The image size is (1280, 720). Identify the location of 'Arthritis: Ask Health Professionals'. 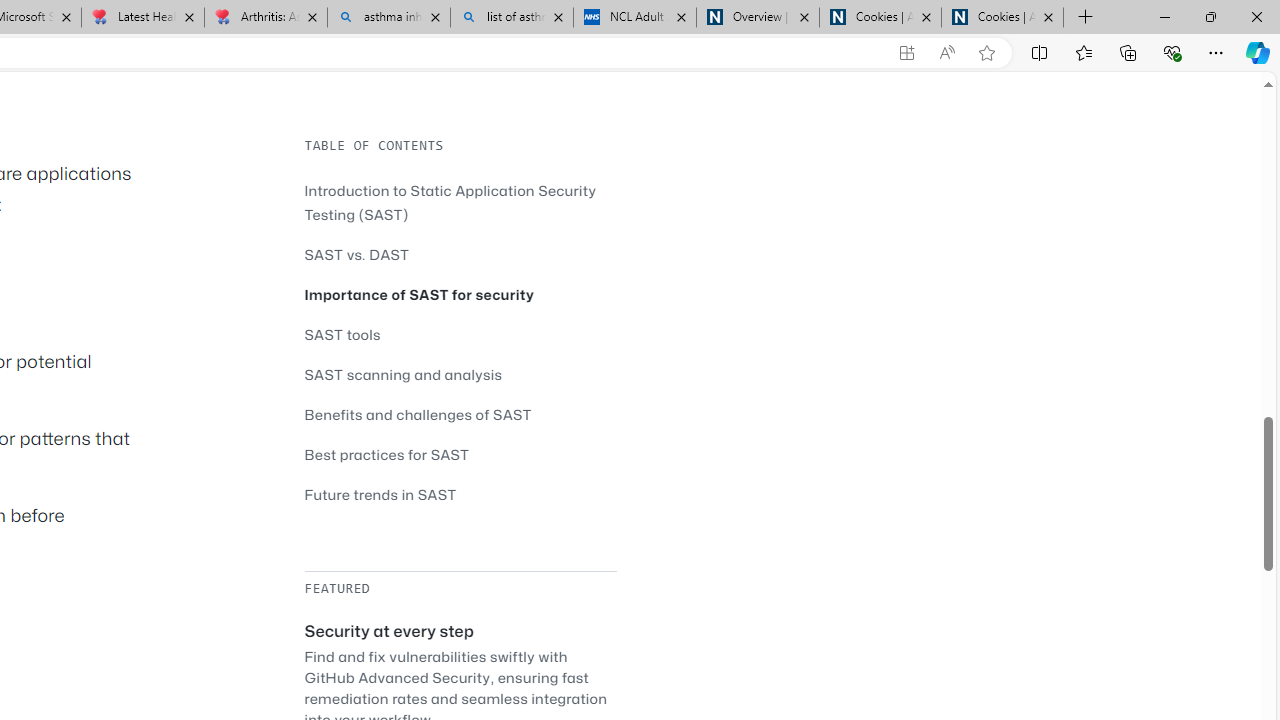
(264, 17).